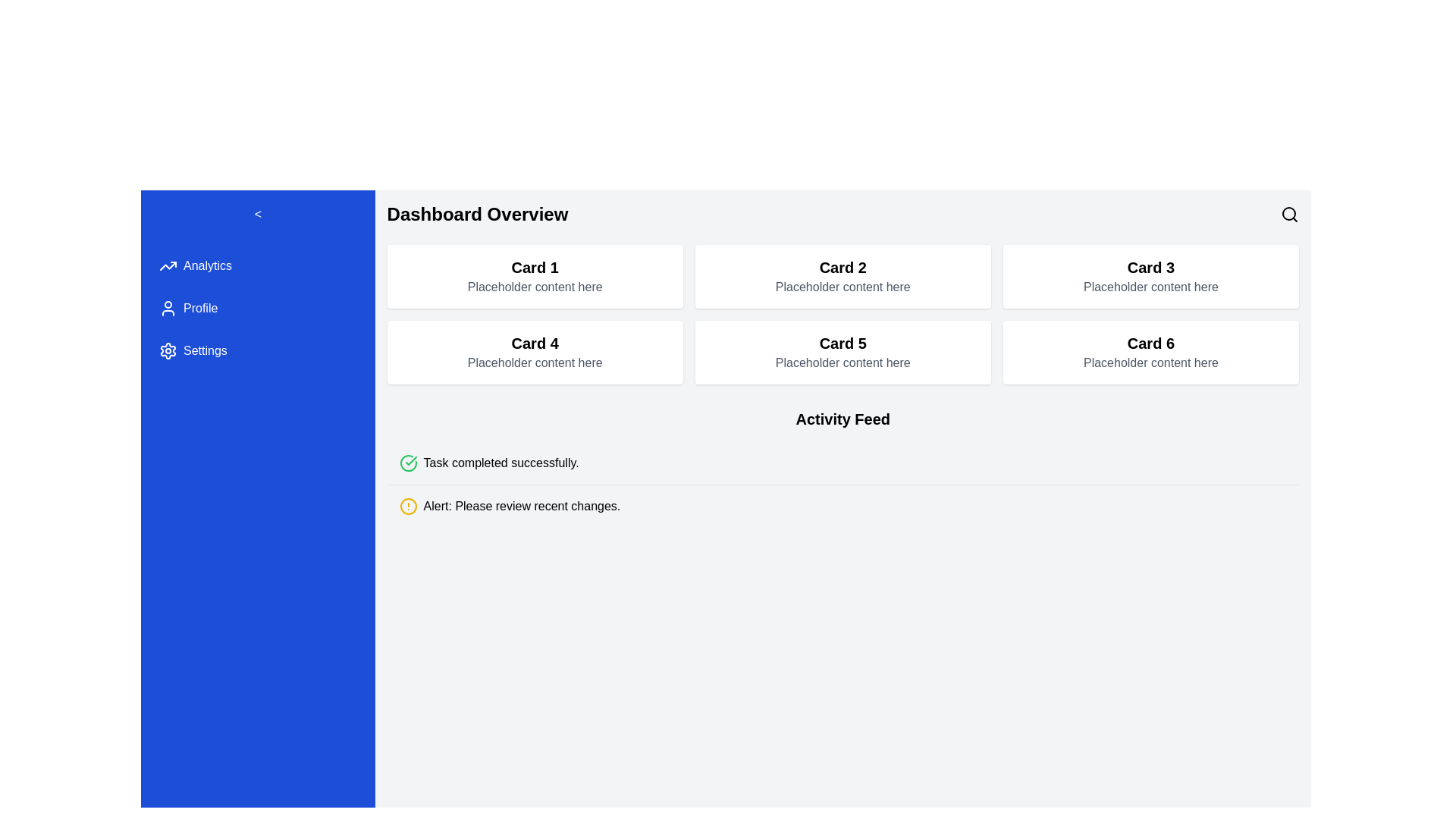 This screenshot has width=1456, height=819. I want to click on the text phrase 'Placeholder content here' styled with a gray-colored font located within 'Card 6' in the bottom right of the grid, so click(1150, 362).